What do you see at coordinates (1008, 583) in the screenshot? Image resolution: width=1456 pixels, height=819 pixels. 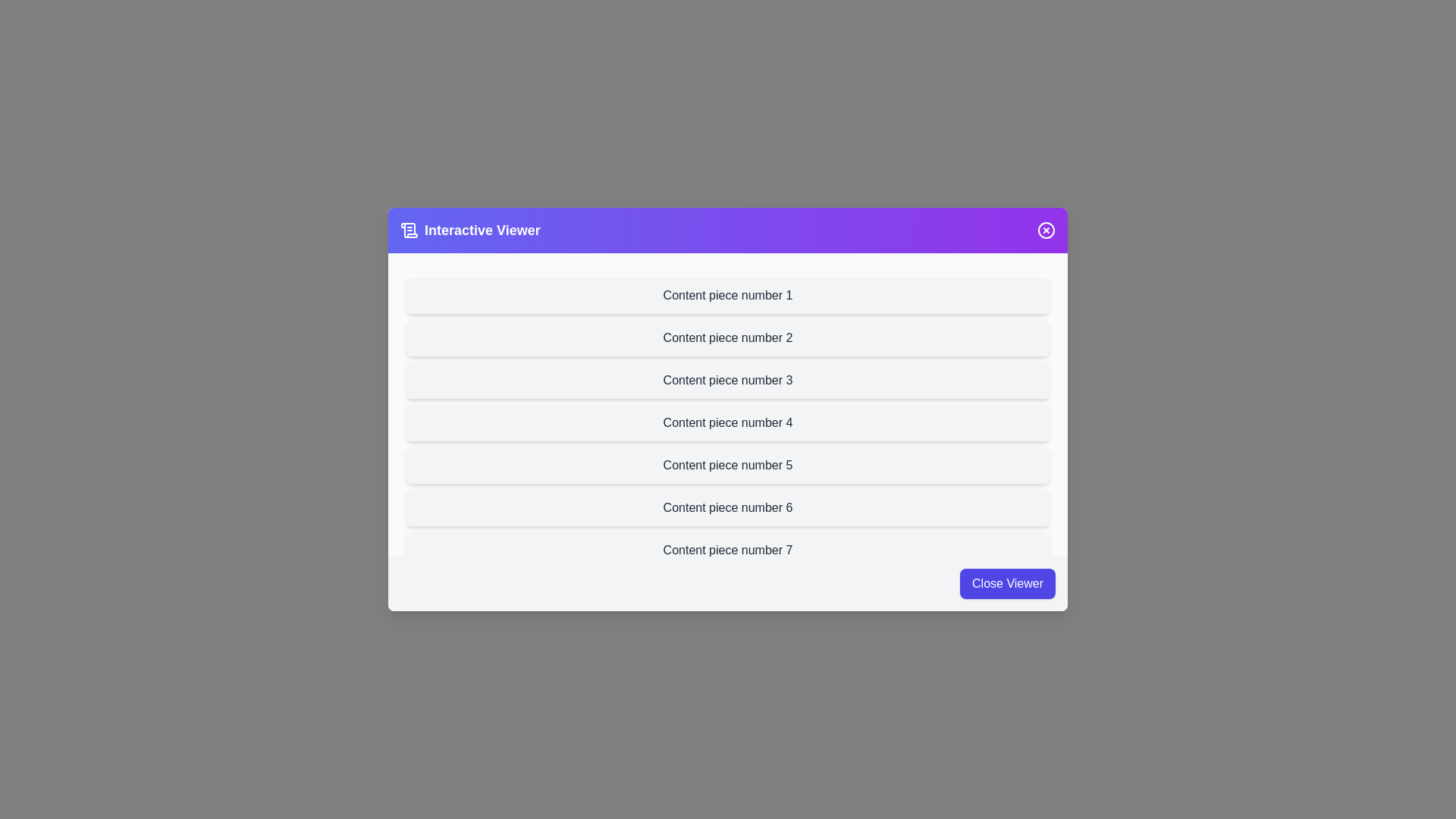 I see `the 'Close Viewer' button in the footer to dismiss the viewer` at bounding box center [1008, 583].